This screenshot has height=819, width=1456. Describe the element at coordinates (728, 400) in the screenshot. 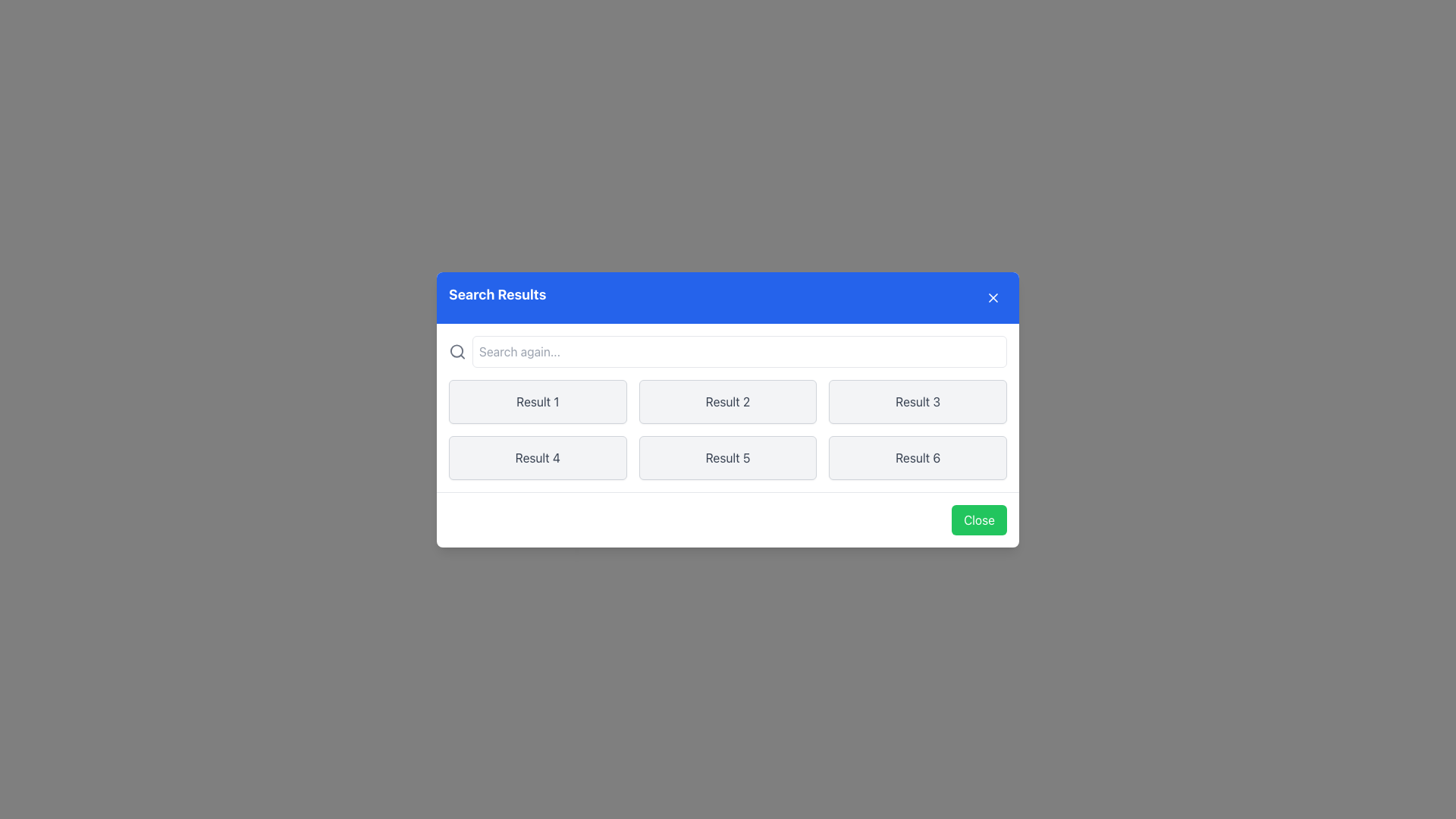

I see `the button labeled 'Result 2'` at that location.